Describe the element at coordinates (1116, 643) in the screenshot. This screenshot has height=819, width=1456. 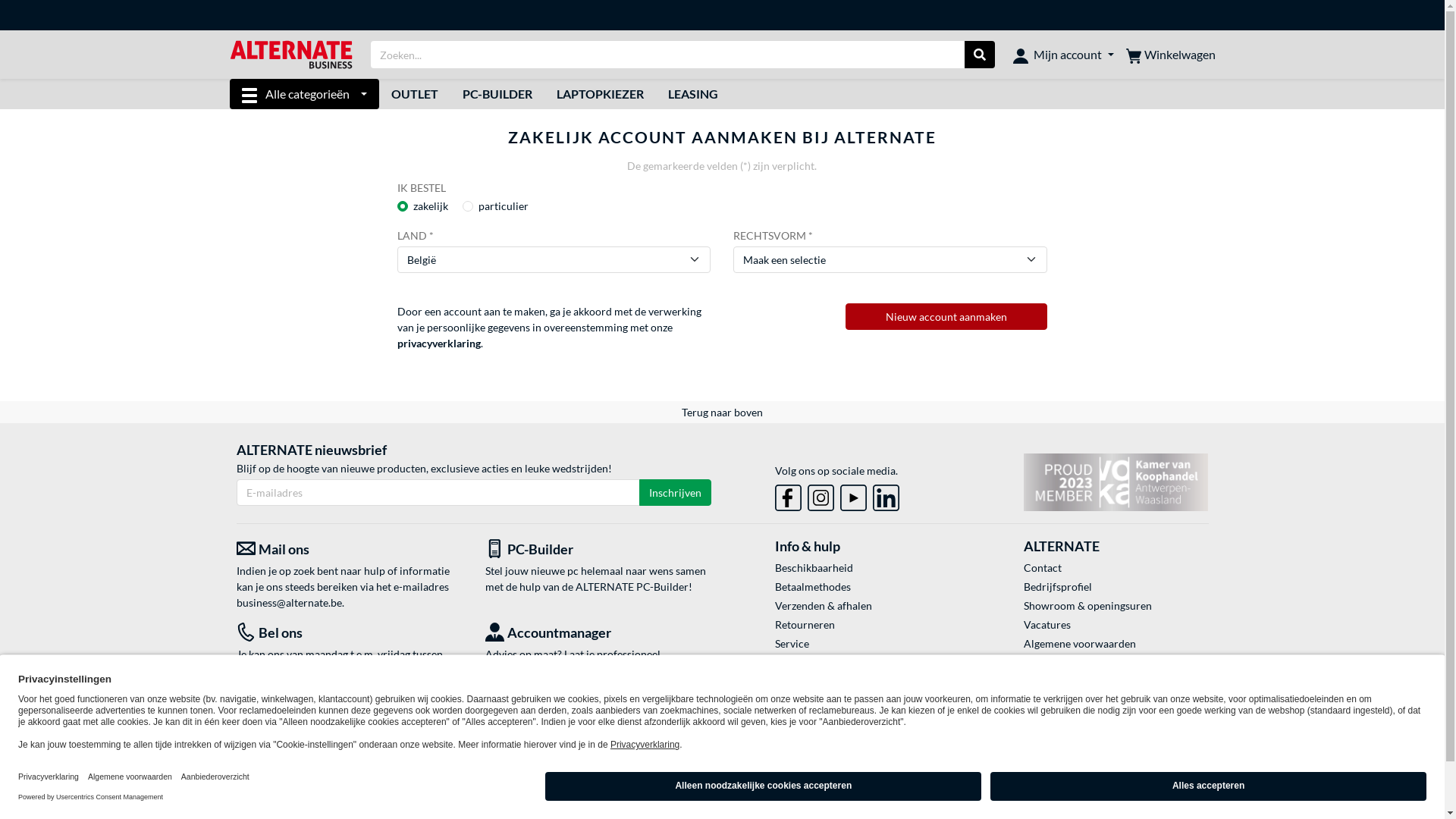
I see `'Algemene voorwaarden'` at that location.